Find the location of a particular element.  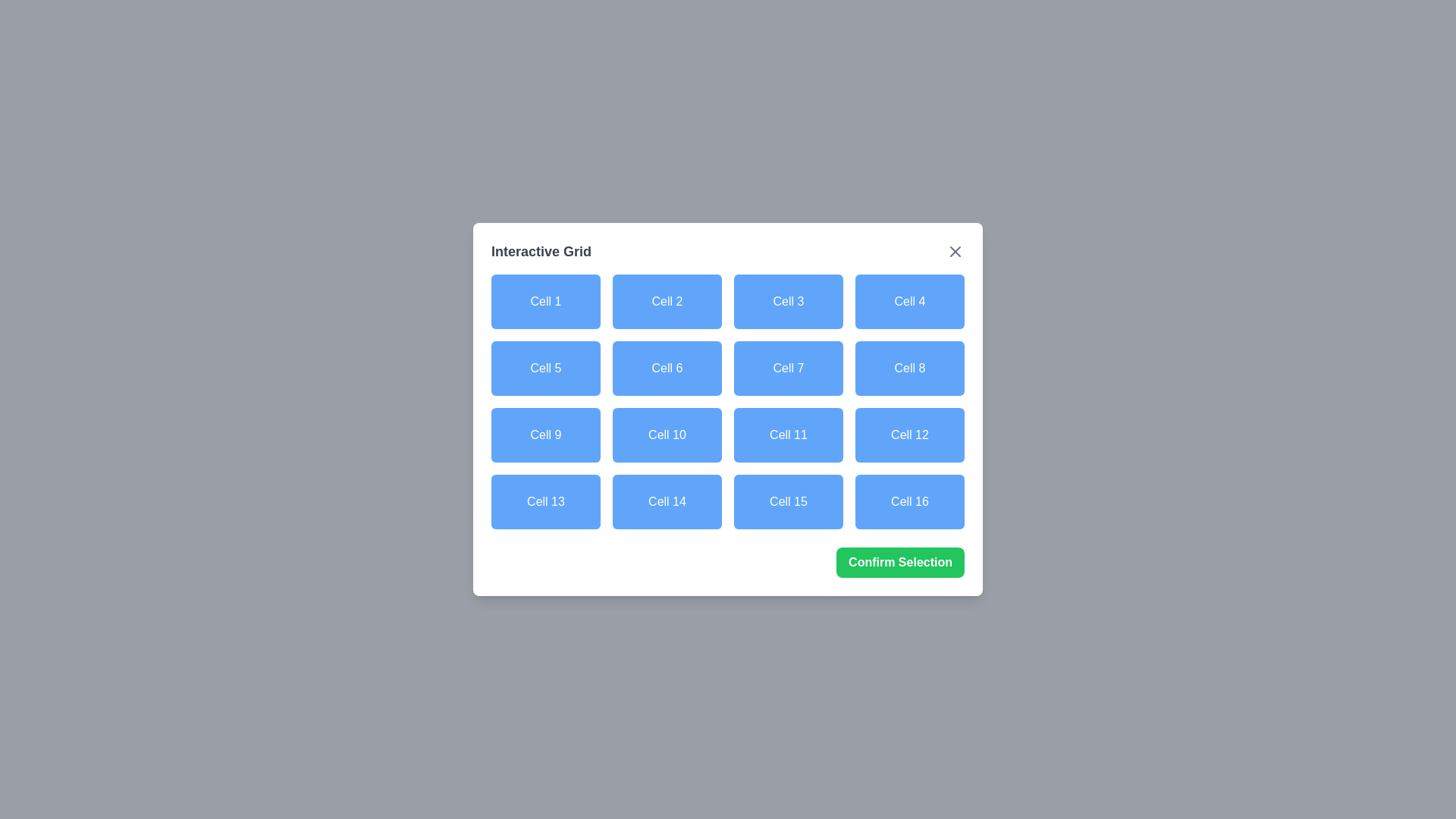

the close button in the top-right corner of the dialog is located at coordinates (954, 250).